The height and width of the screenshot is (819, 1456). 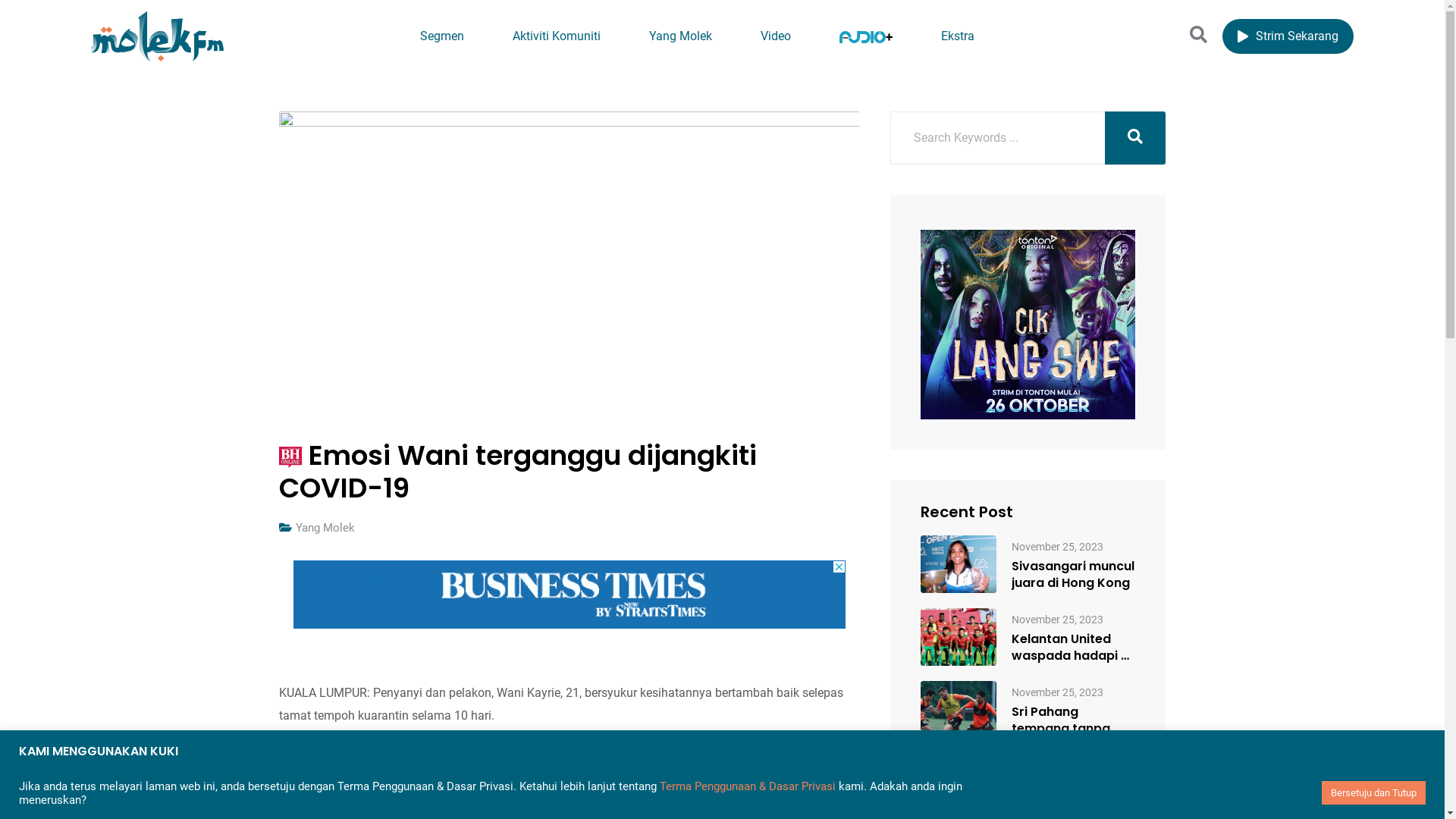 I want to click on ' Kelantan United waspada hadapi KL City', so click(x=957, y=637).